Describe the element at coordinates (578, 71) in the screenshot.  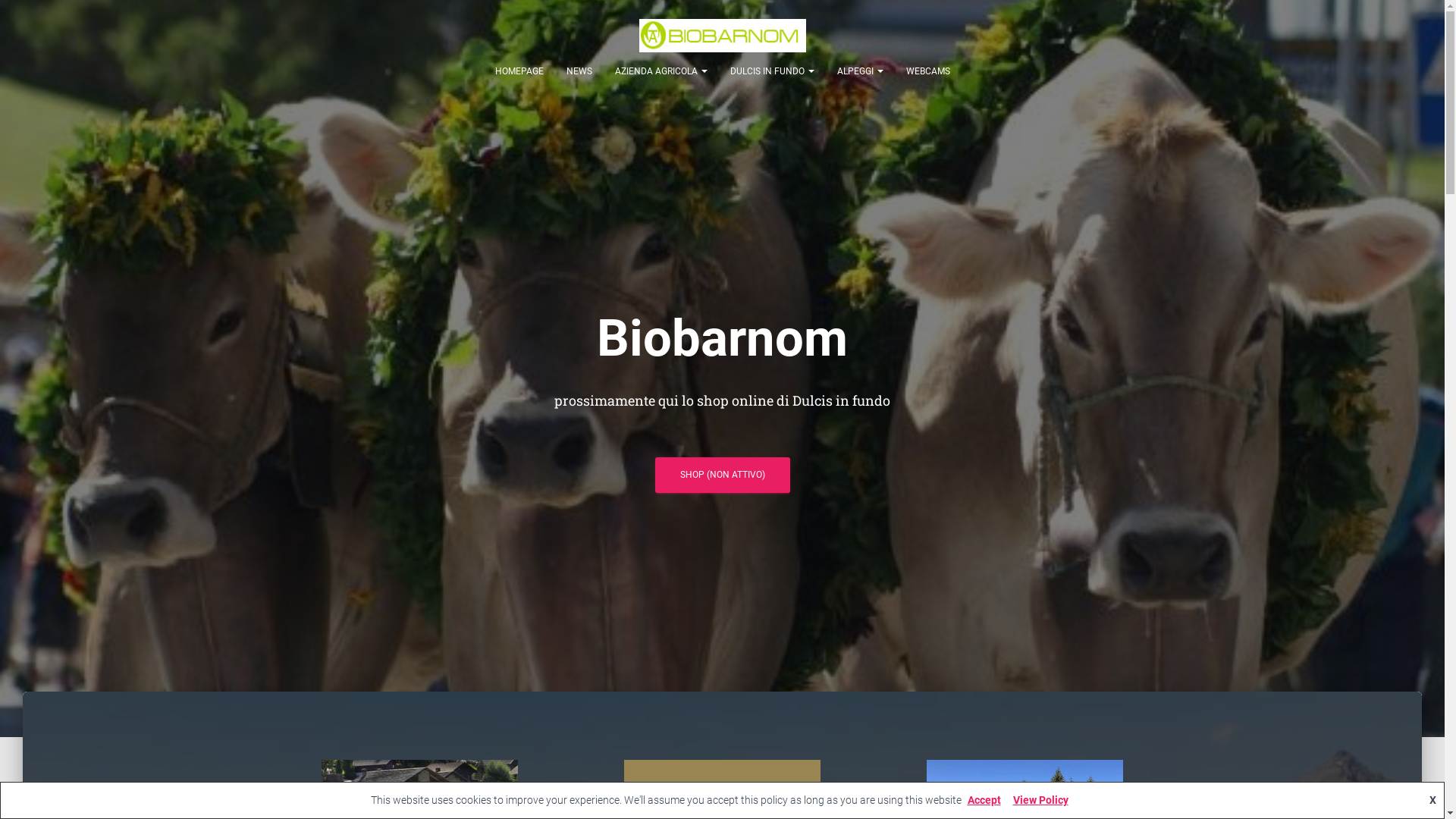
I see `'NEWS'` at that location.